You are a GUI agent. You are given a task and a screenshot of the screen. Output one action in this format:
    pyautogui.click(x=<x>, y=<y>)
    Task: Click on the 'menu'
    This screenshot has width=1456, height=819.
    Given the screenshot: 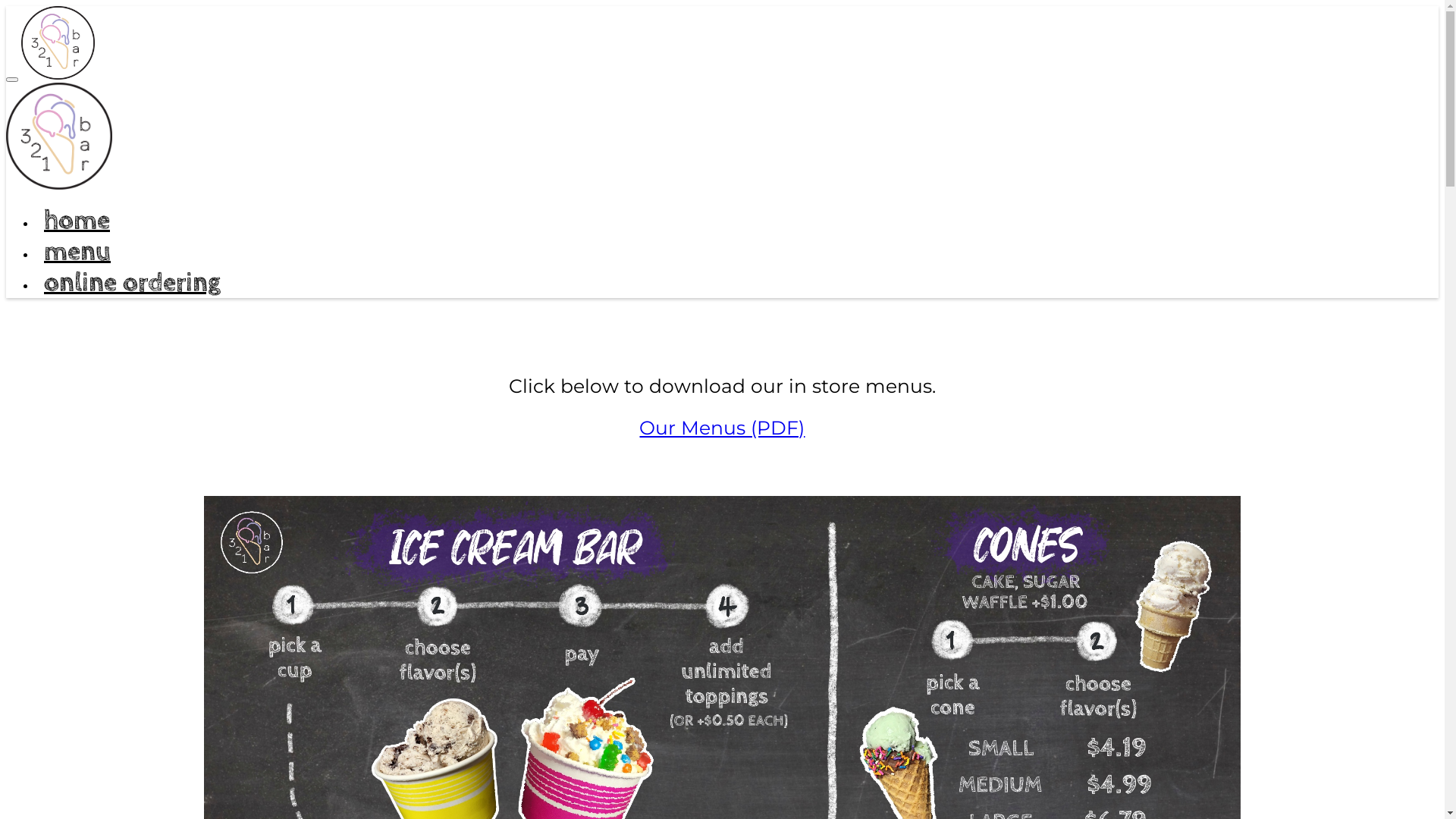 What is the action you would take?
    pyautogui.click(x=76, y=250)
    